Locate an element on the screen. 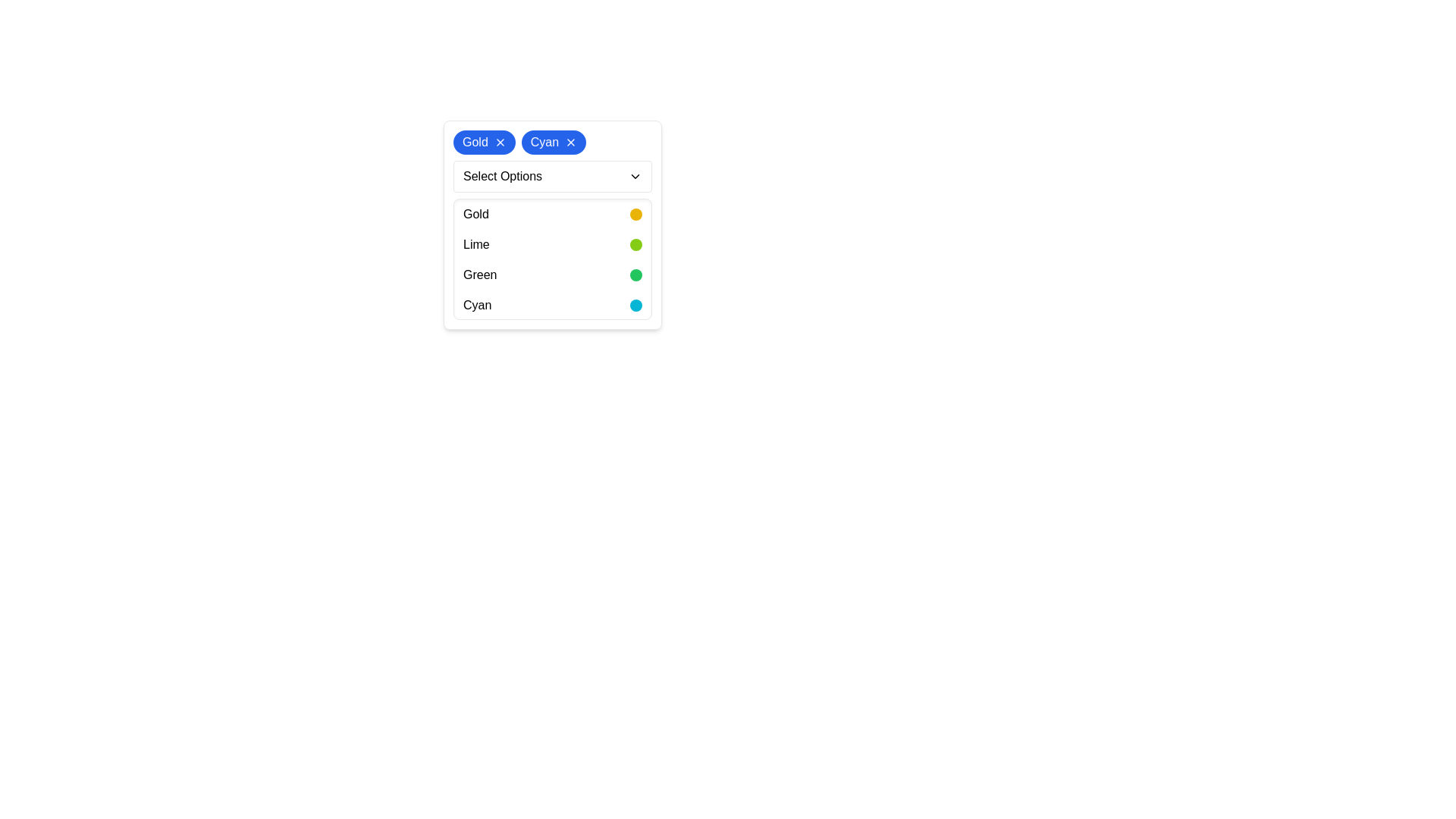 The width and height of the screenshot is (1456, 819). the chevron icon located at the rightmost end of the 'Select Options' dropdown header is located at coordinates (635, 175).